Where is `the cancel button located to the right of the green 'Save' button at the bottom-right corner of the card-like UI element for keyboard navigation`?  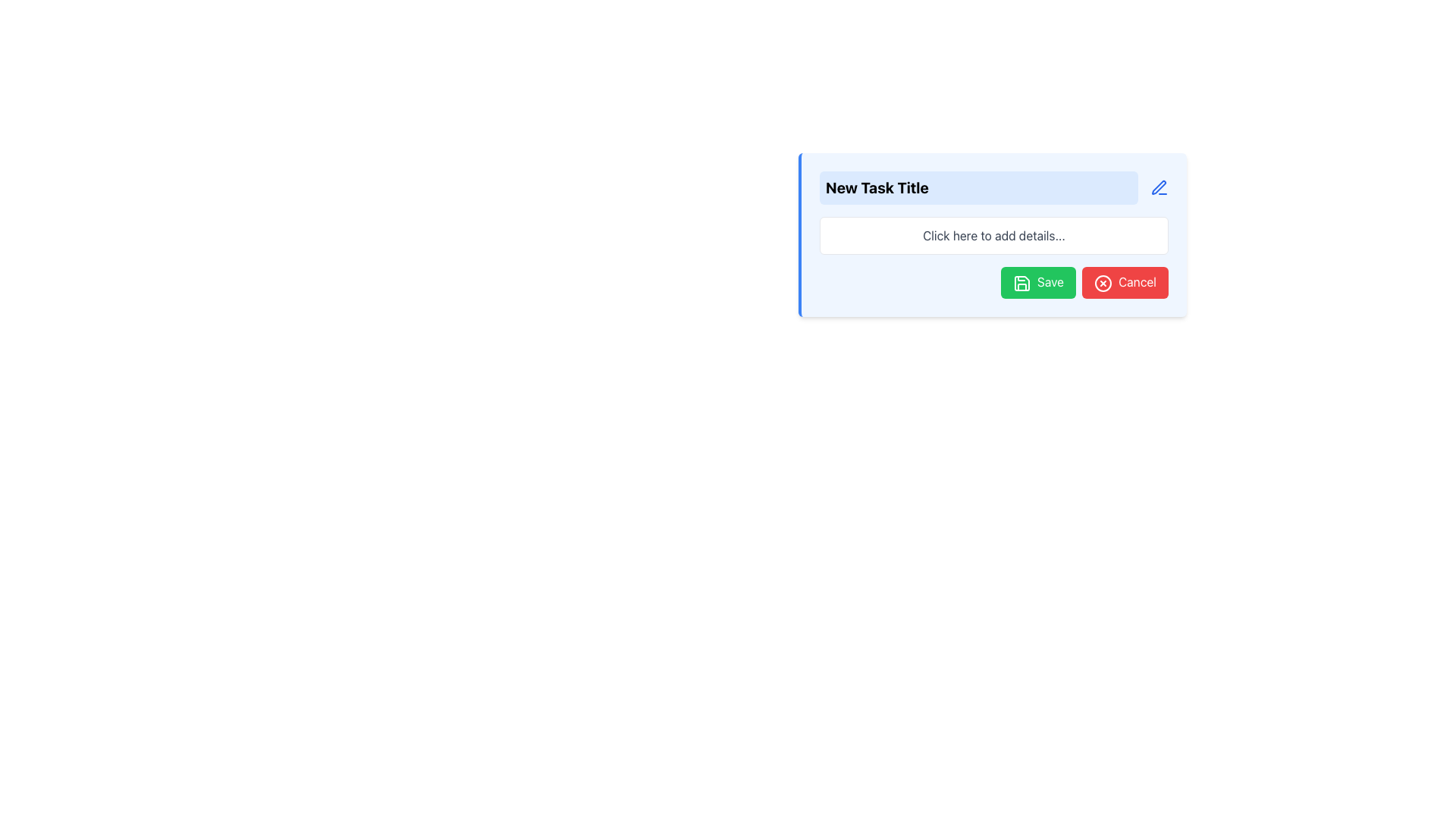
the cancel button located to the right of the green 'Save' button at the bottom-right corner of the card-like UI element for keyboard navigation is located at coordinates (1125, 282).